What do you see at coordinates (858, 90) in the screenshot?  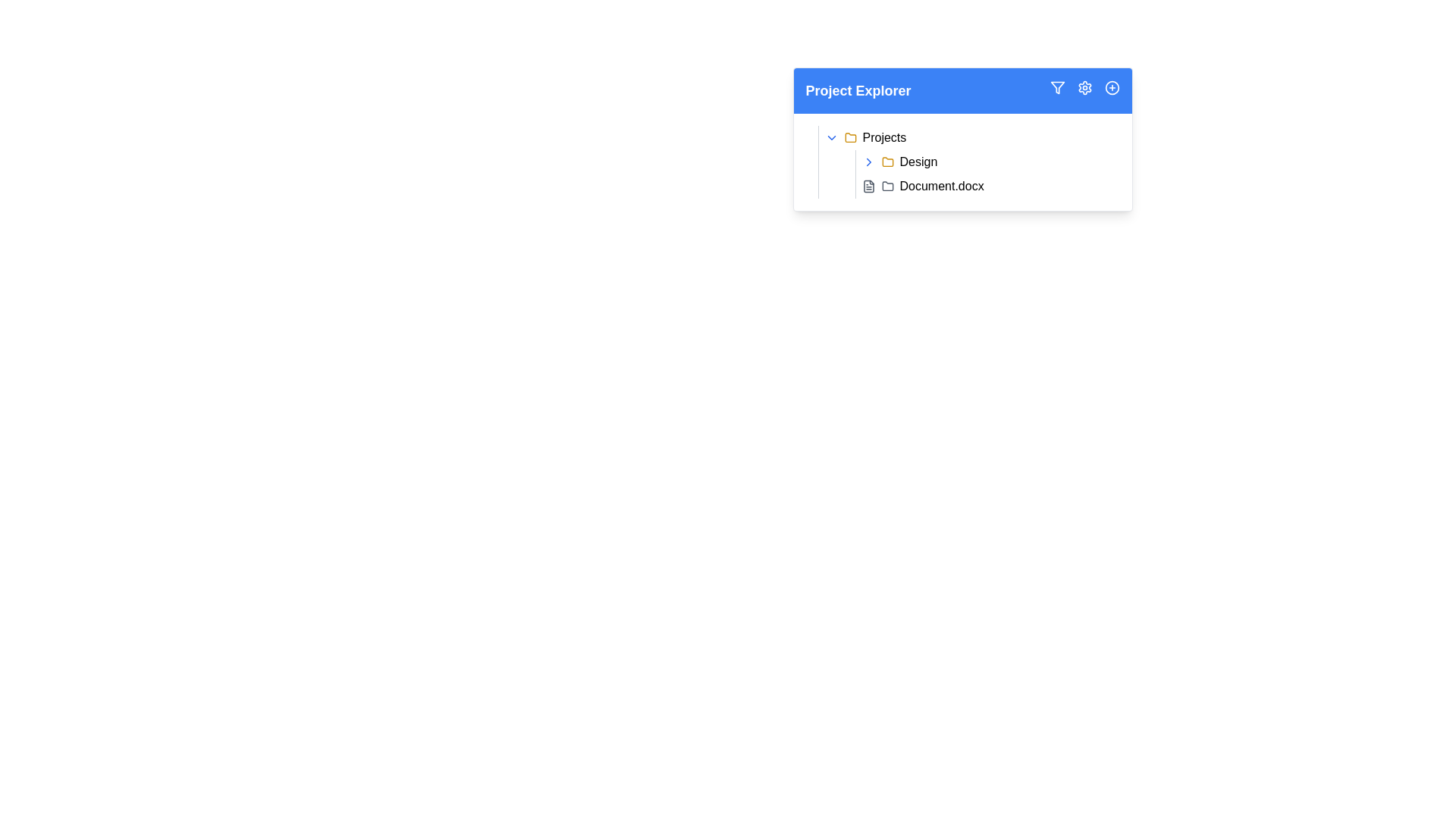 I see `the 'Project Explorer' title label located at the top left of the blue header bar` at bounding box center [858, 90].